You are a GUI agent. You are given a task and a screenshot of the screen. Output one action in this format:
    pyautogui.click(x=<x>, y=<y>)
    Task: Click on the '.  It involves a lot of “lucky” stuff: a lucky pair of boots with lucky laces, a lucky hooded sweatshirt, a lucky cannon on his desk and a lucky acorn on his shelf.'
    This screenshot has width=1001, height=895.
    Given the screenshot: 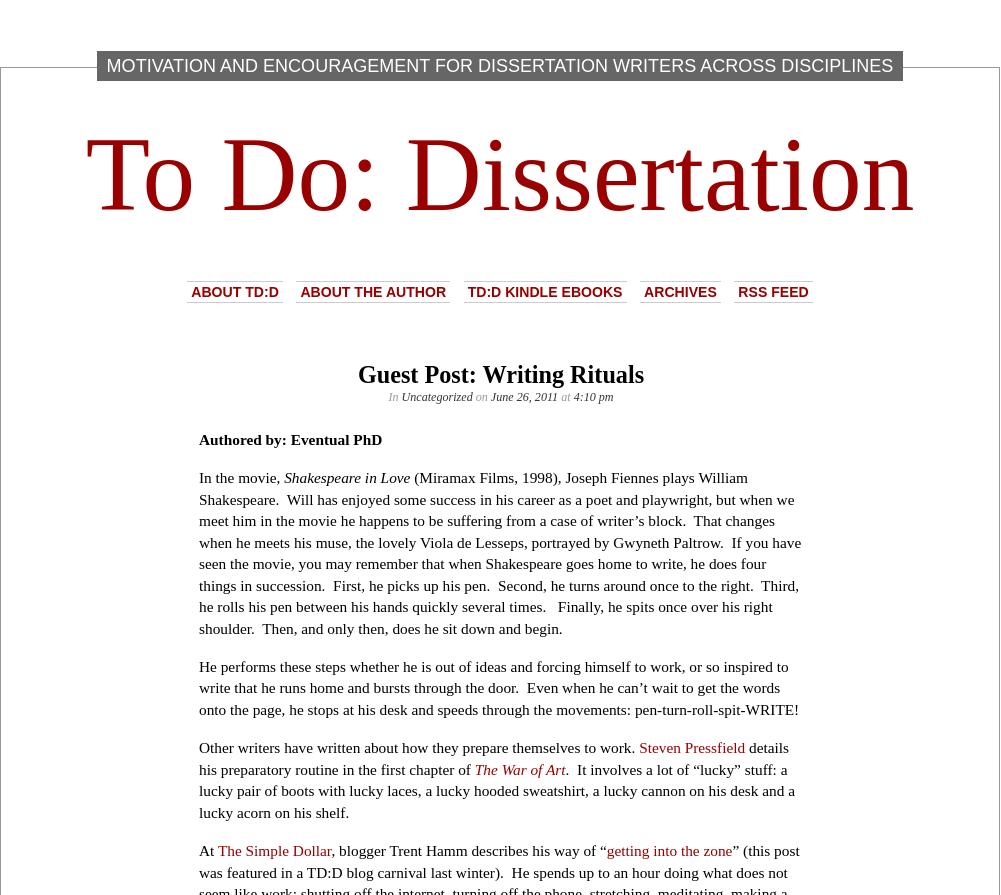 What is the action you would take?
    pyautogui.click(x=496, y=789)
    